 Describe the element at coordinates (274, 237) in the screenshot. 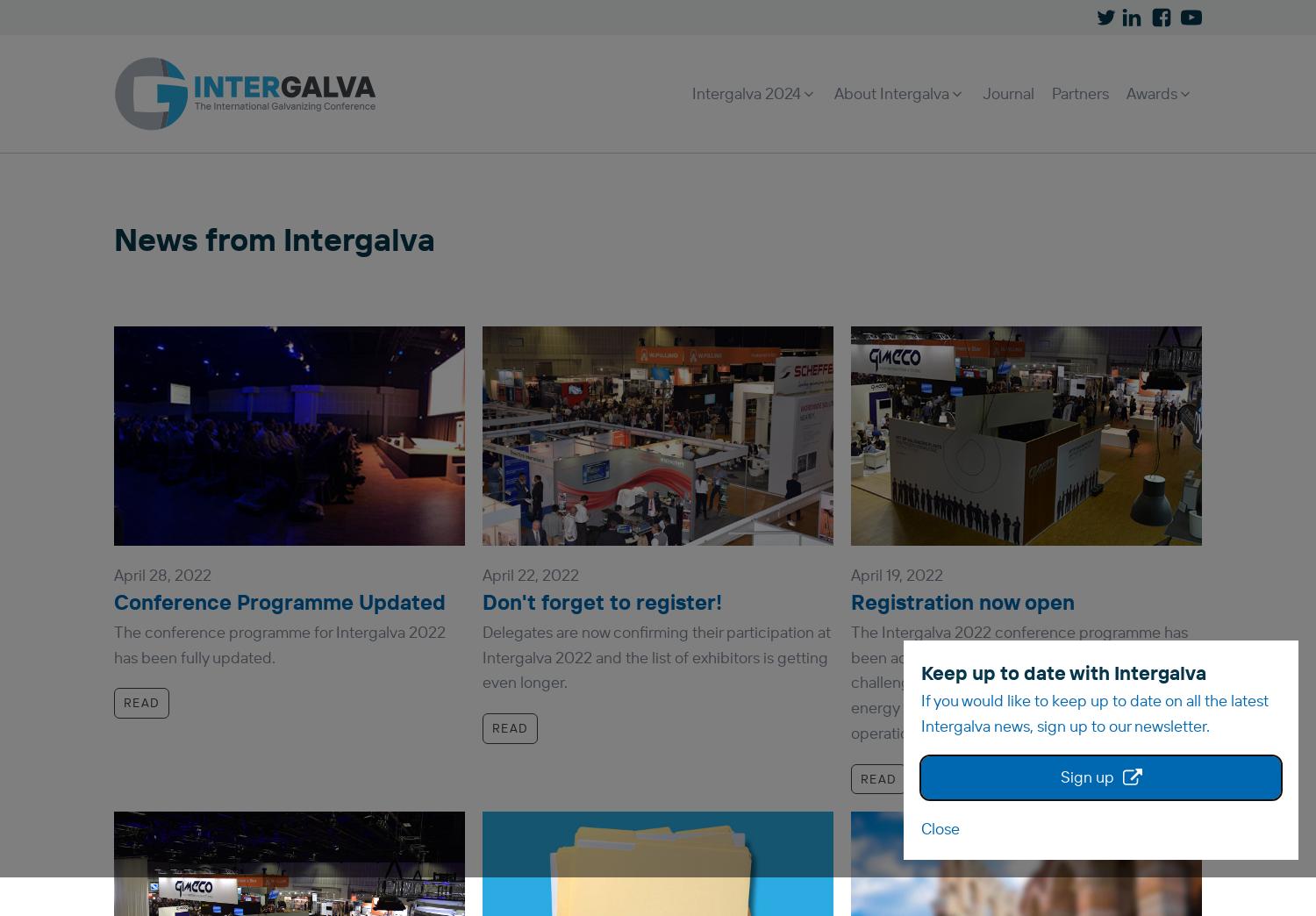

I see `'News from Intergalva'` at that location.